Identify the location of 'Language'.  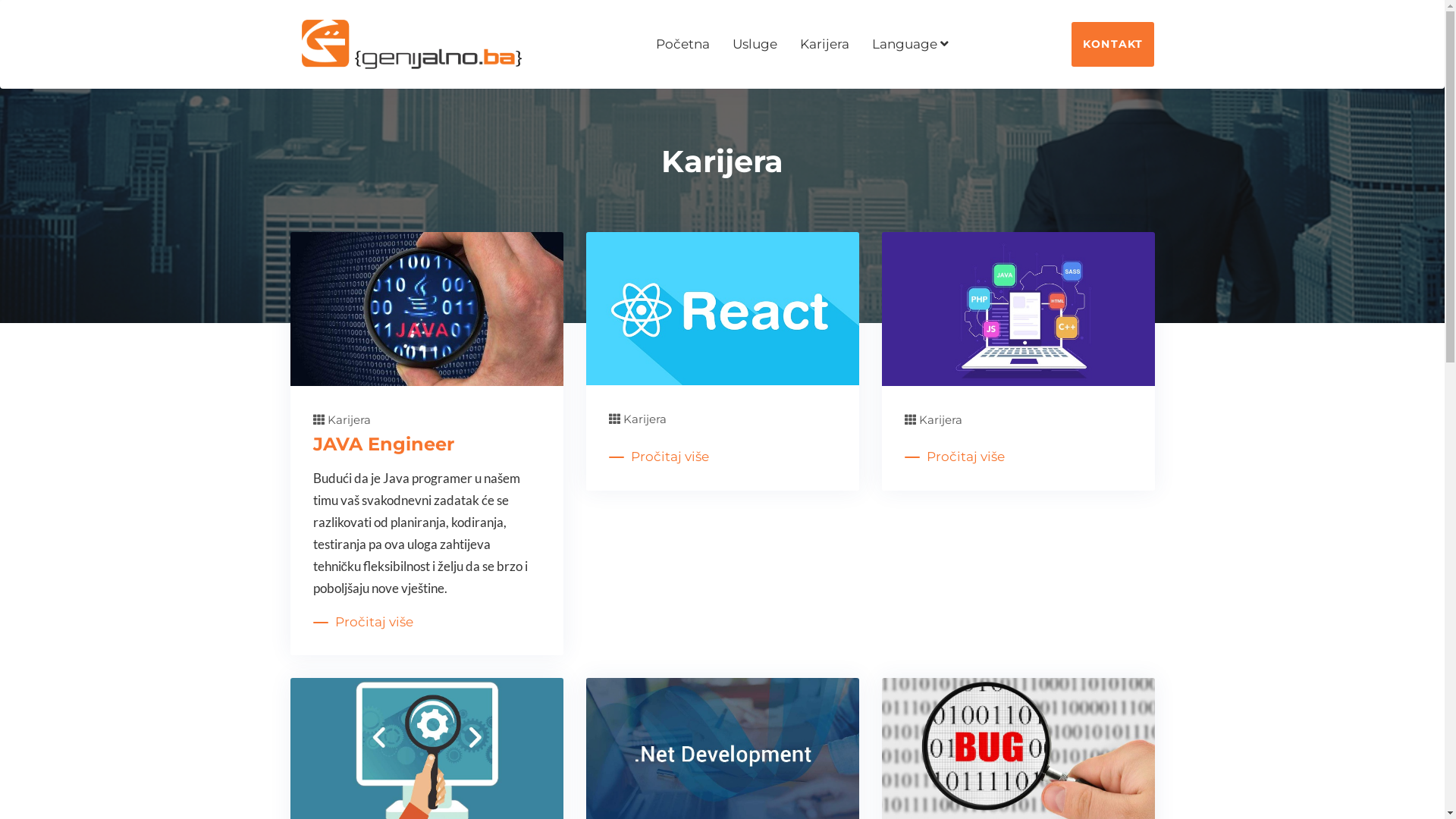
(910, 43).